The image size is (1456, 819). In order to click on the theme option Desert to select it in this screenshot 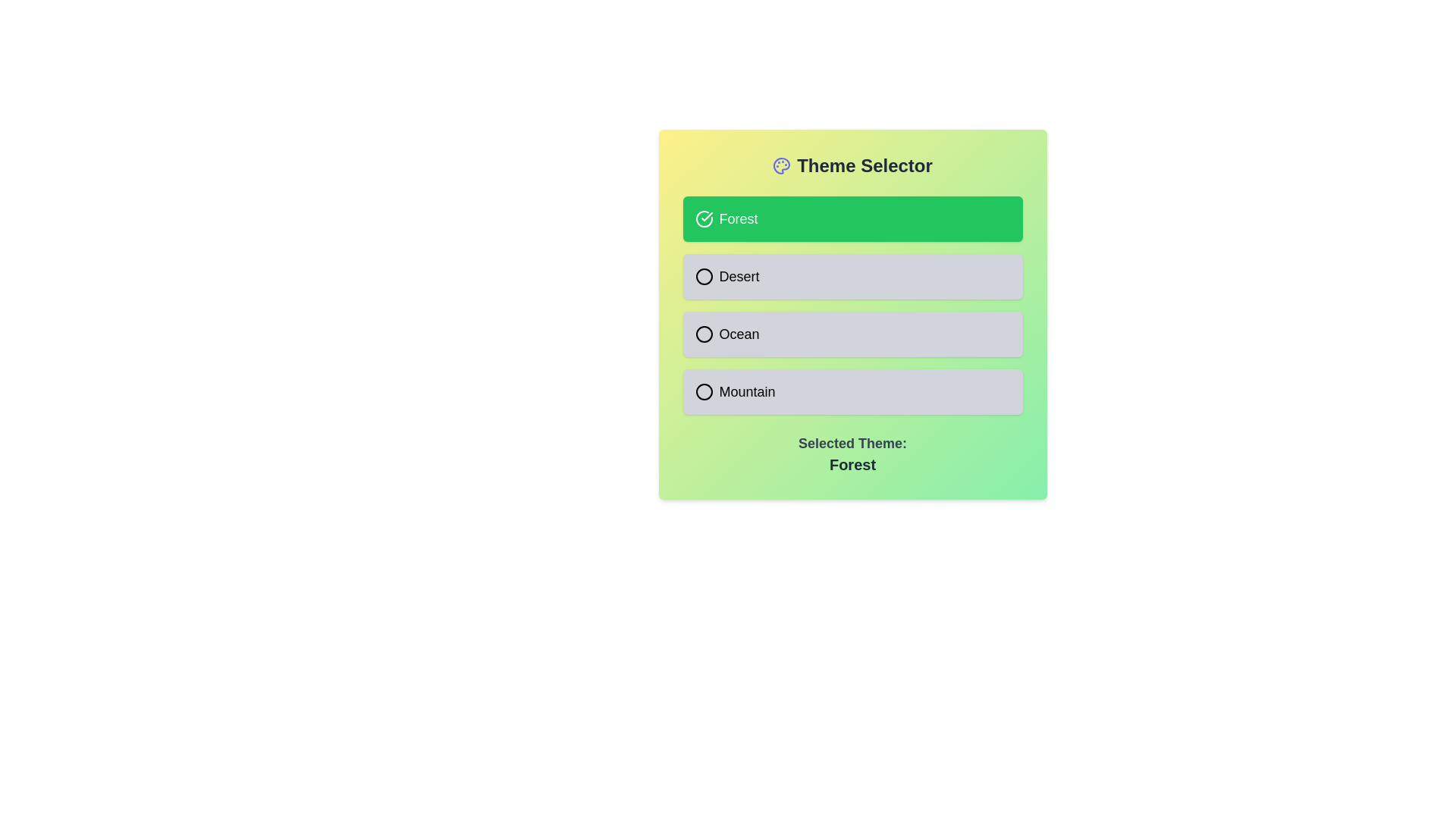, I will do `click(852, 277)`.